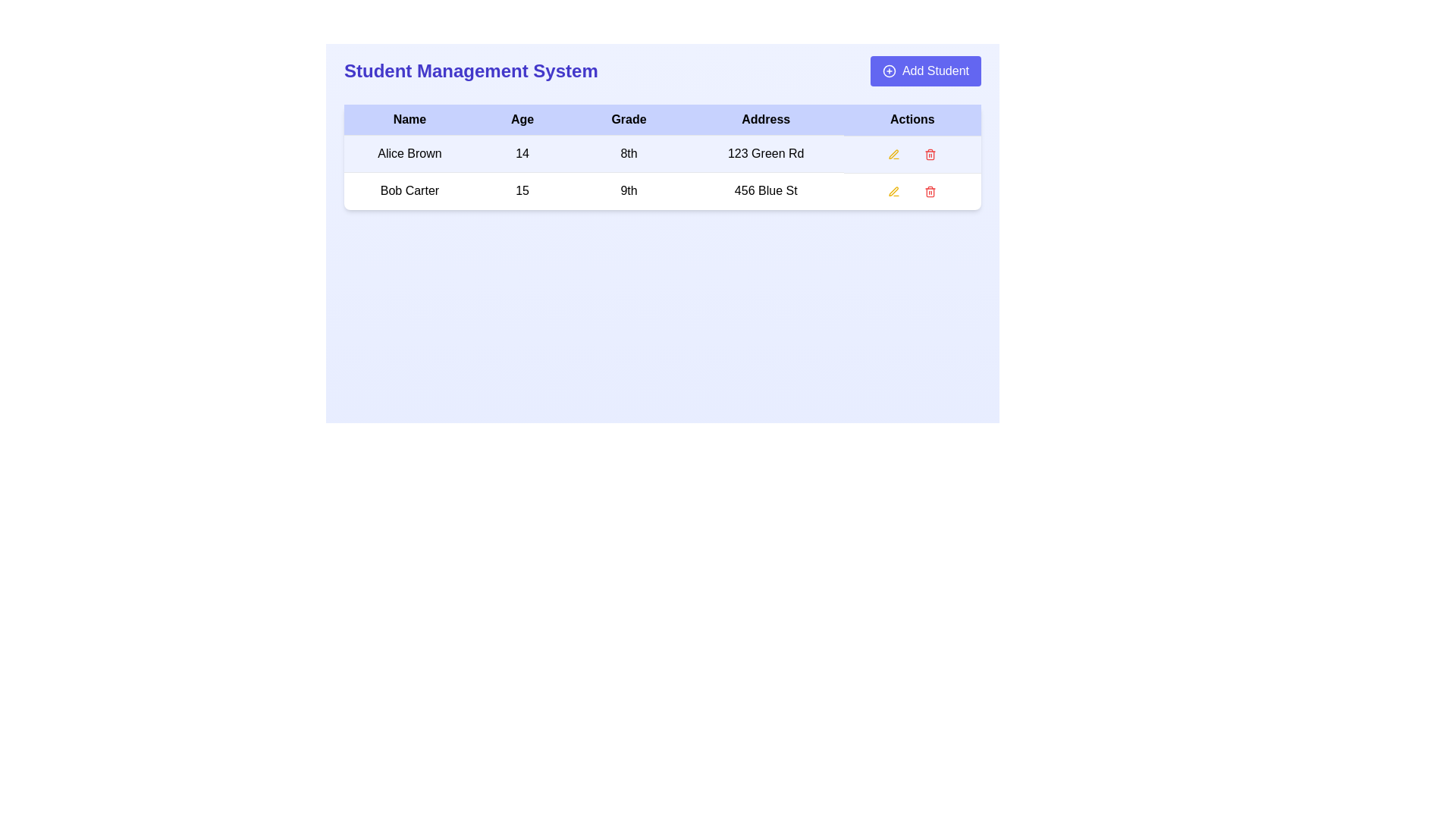 This screenshot has height=819, width=1456. What do you see at coordinates (629, 154) in the screenshot?
I see `grade level information for the student 'Alice Brown' located in the third column of the first row of the table under the 'Grade' column` at bounding box center [629, 154].